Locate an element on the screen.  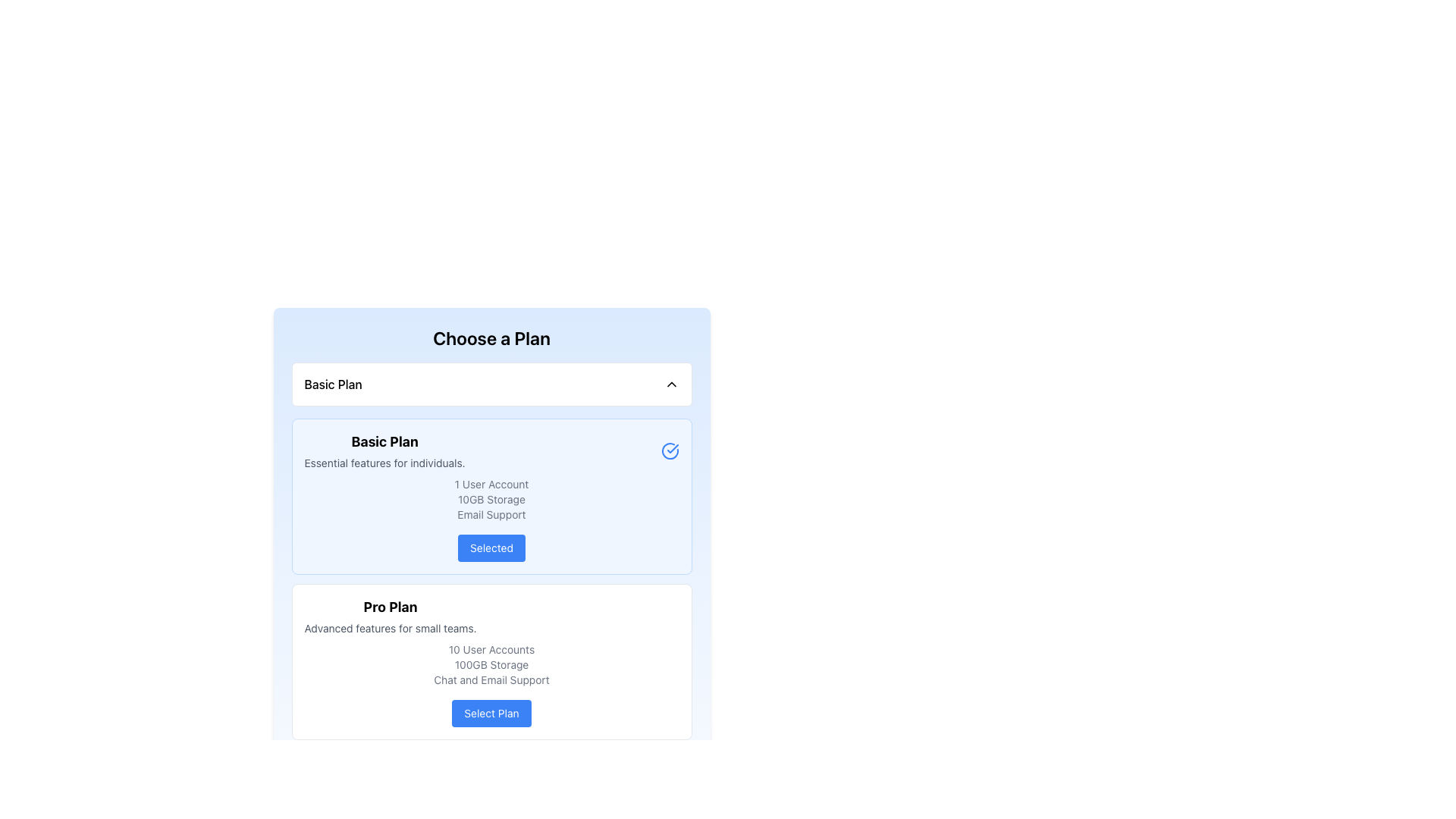
the 'Select Plan' button, which is a rectangular button with rounded corners, styled in blue with white text, located at the bottom of the 'Pro Plan' card is located at coordinates (491, 714).